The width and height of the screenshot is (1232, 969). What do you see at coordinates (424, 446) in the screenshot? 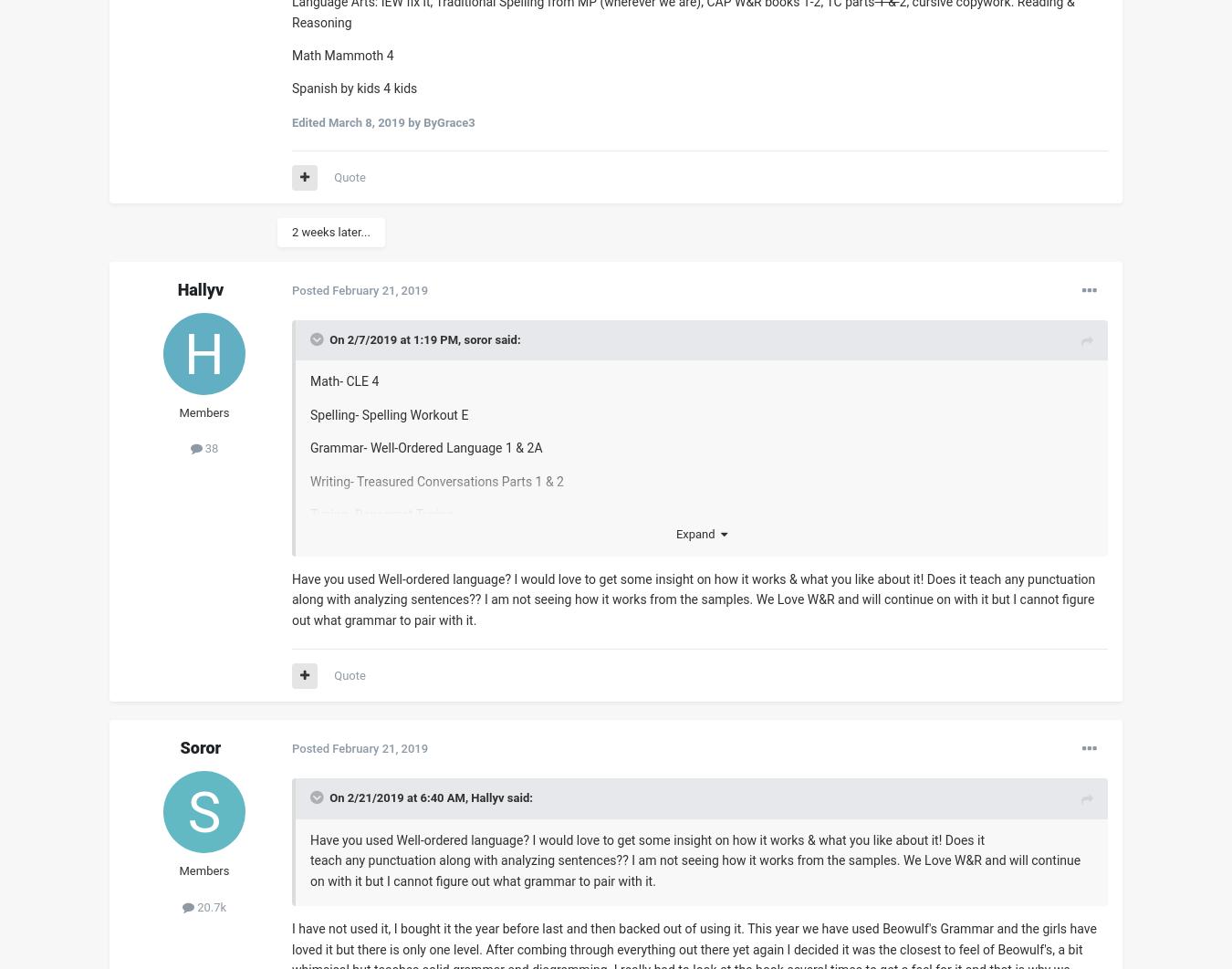
I see `'Grammar- Well-Ordered Language 1 & 2A'` at bounding box center [424, 446].